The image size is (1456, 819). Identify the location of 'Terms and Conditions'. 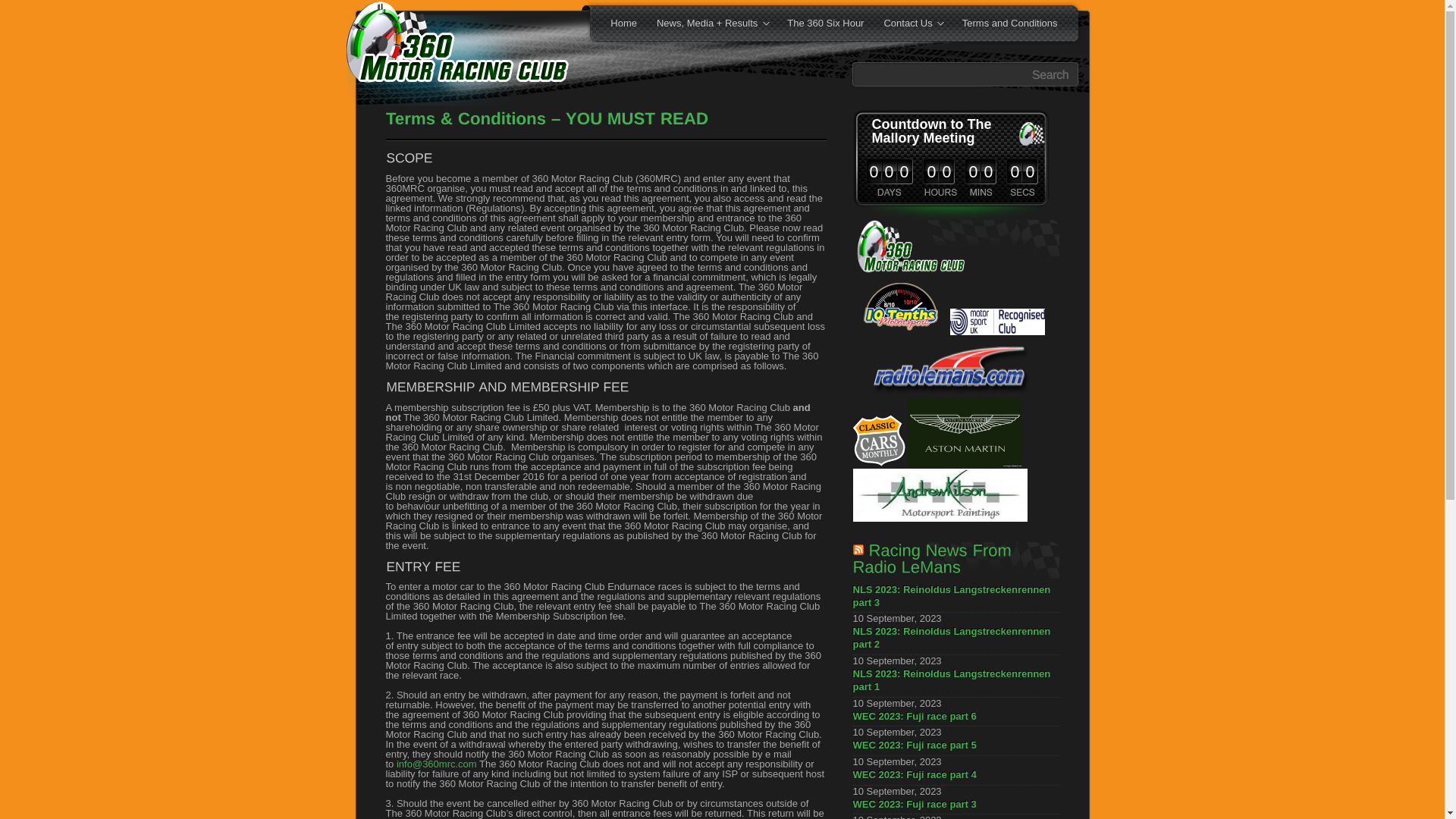
(952, 23).